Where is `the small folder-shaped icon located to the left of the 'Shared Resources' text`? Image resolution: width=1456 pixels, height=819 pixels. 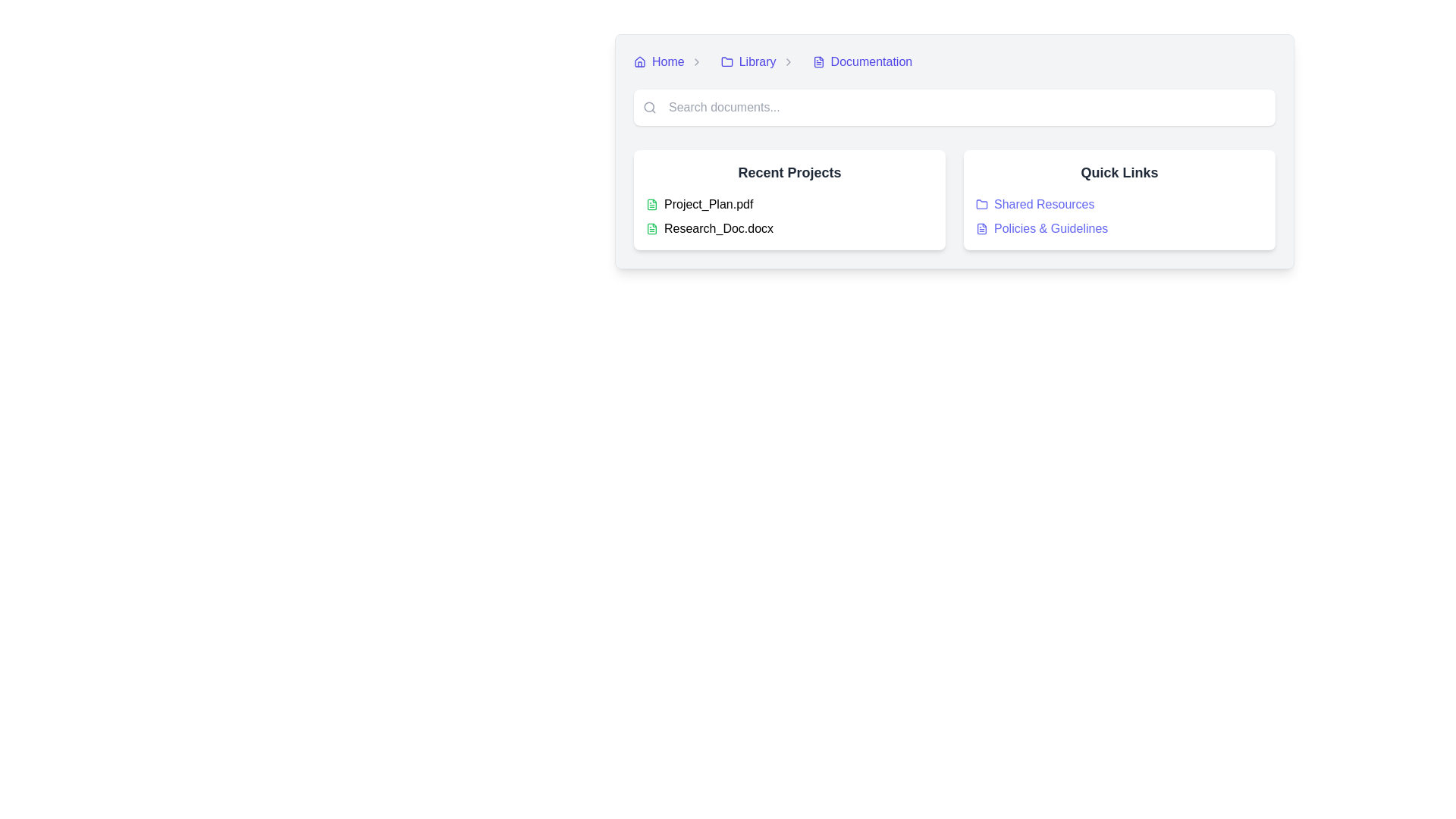 the small folder-shaped icon located to the left of the 'Shared Resources' text is located at coordinates (982, 205).